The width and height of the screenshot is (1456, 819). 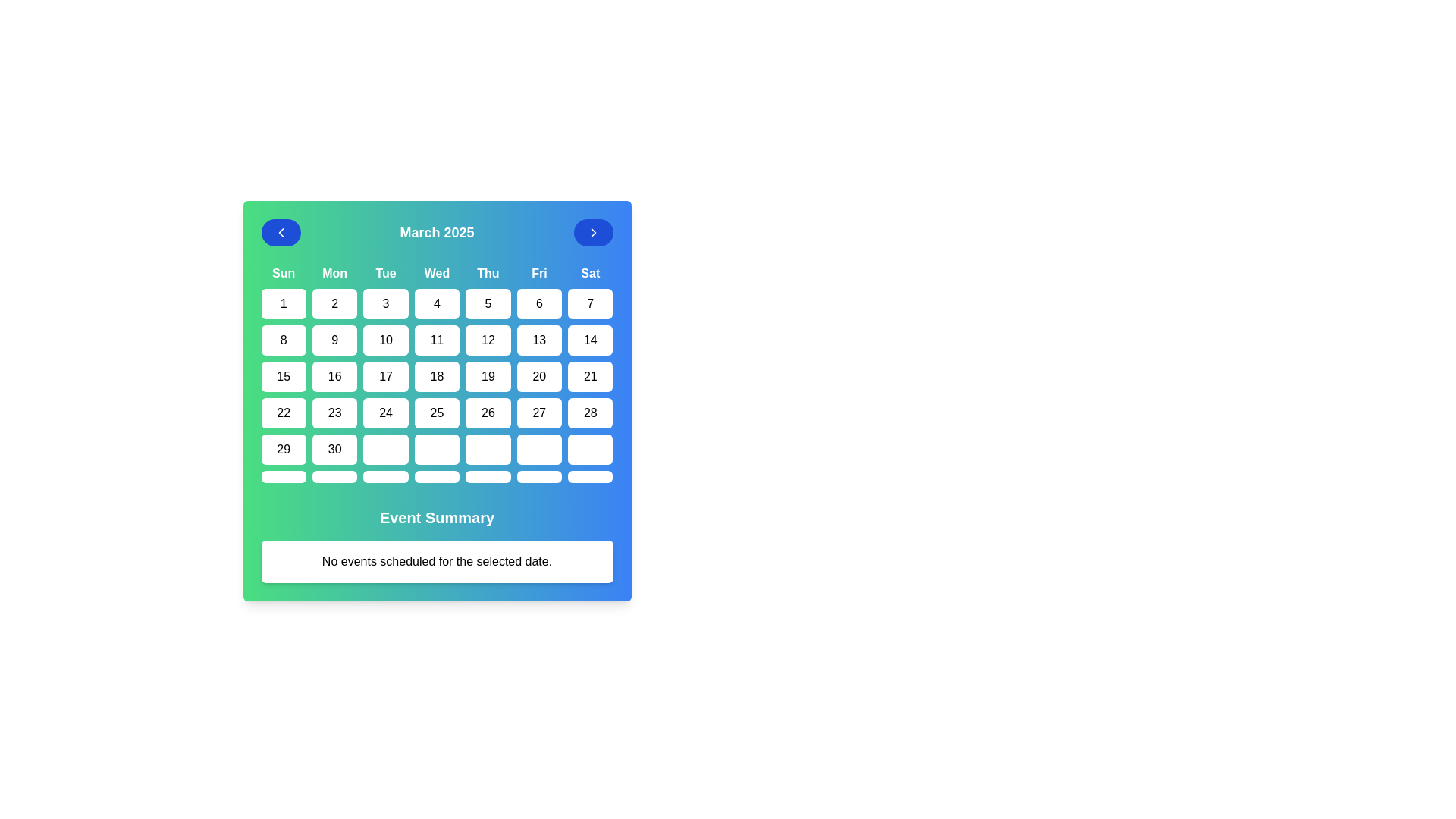 What do you see at coordinates (436, 304) in the screenshot?
I see `the button representing the date '4' in the calendar for March 2025, located in the first row and fourth column under 'Wed'` at bounding box center [436, 304].